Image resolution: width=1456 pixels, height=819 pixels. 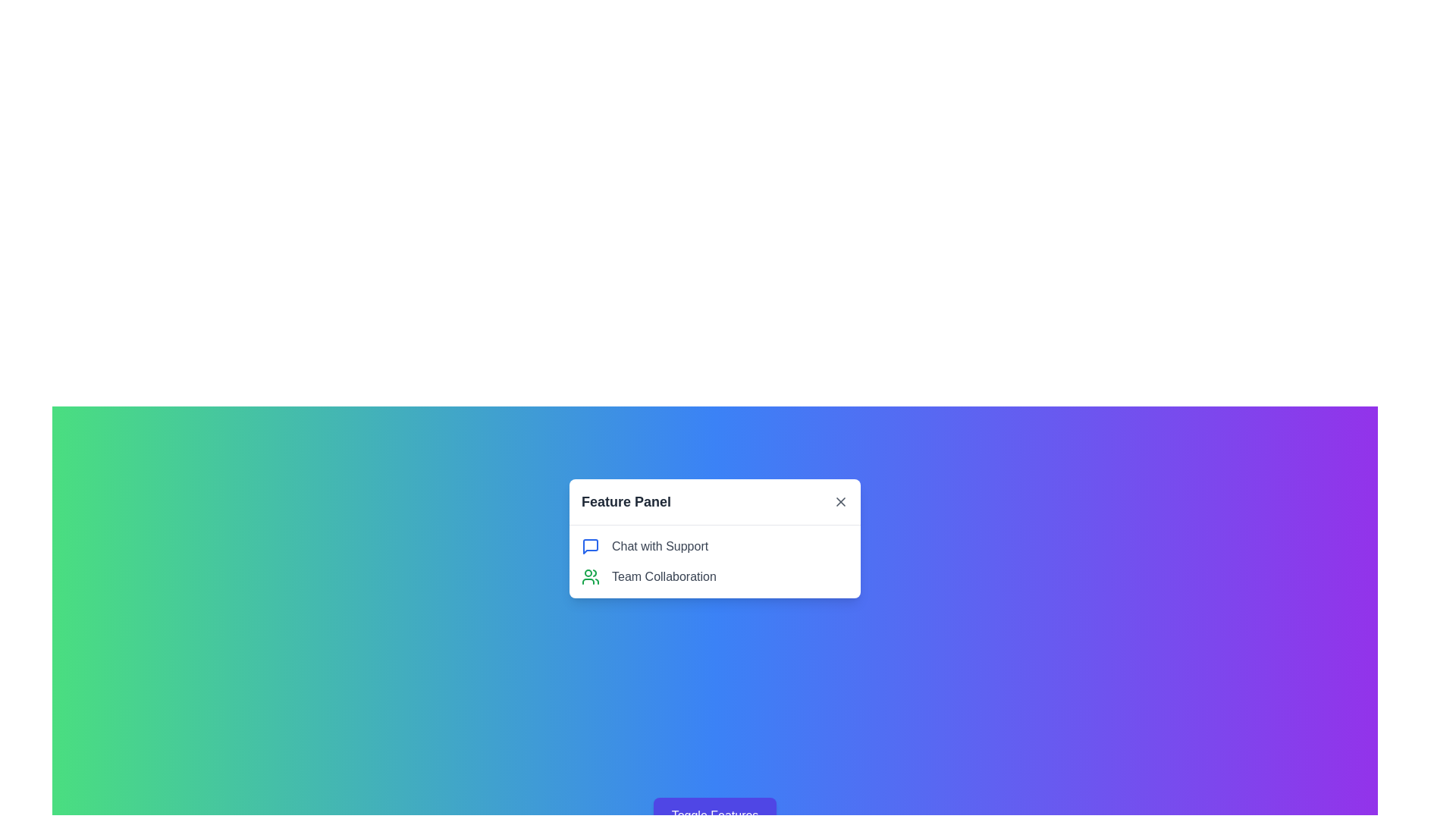 I want to click on the first item in the interactive list titled 'Chat with Support' located within the 'Feature Panel' popup, so click(x=714, y=537).